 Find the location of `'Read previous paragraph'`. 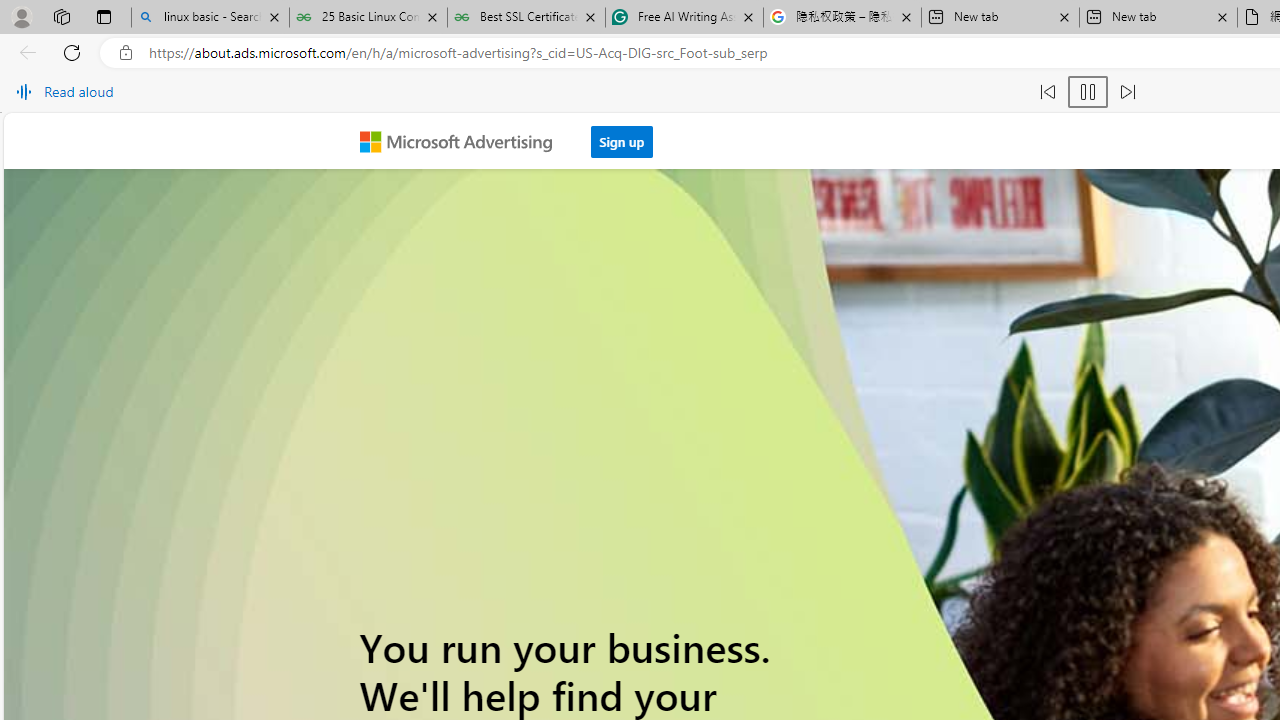

'Read previous paragraph' is located at coordinates (1047, 92).